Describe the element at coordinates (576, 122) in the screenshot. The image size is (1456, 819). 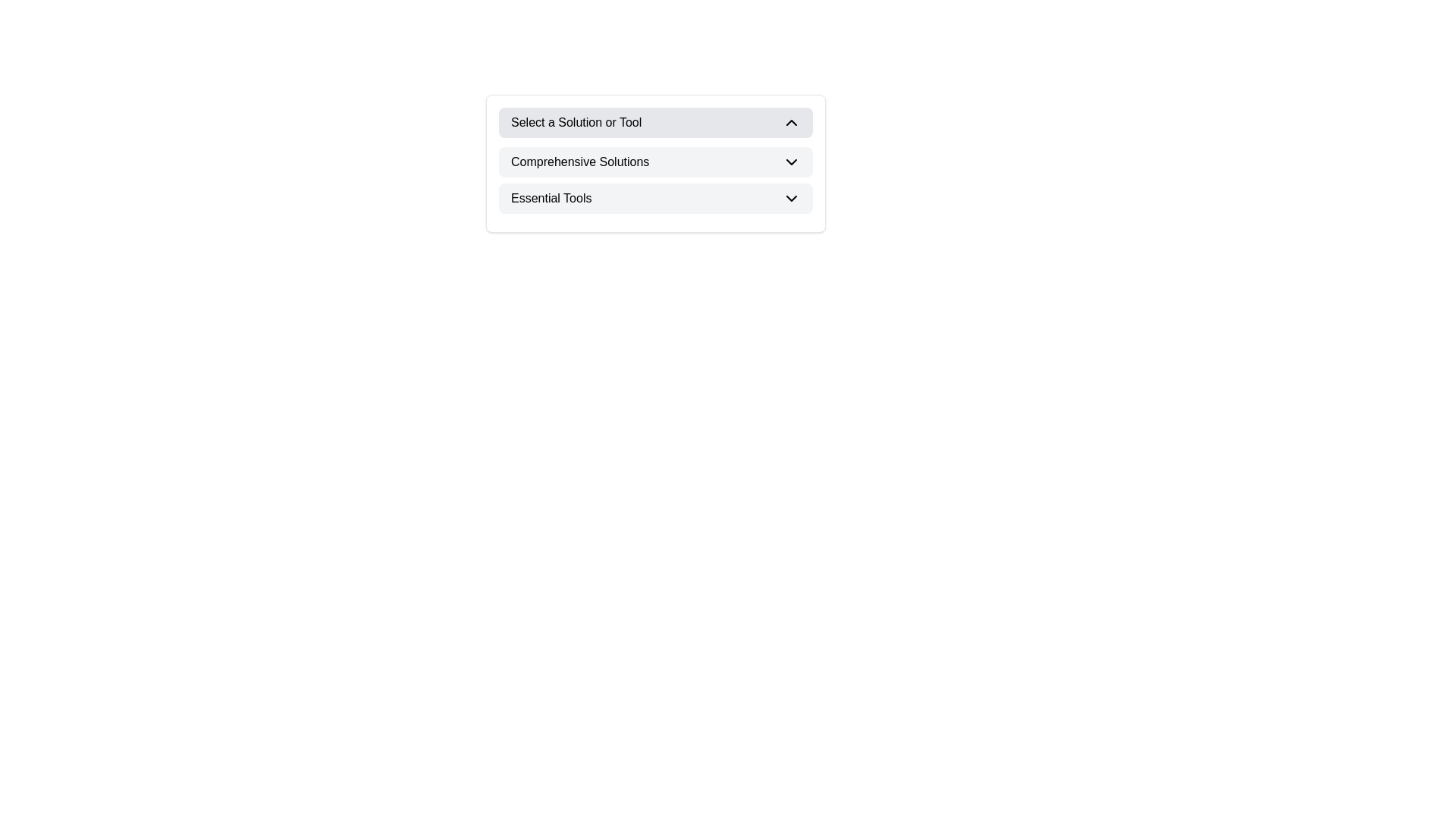
I see `the Label for Dropdown Menu, which prompts the user to select an option or tool from the list, located at the top of the dropdown menus` at that location.